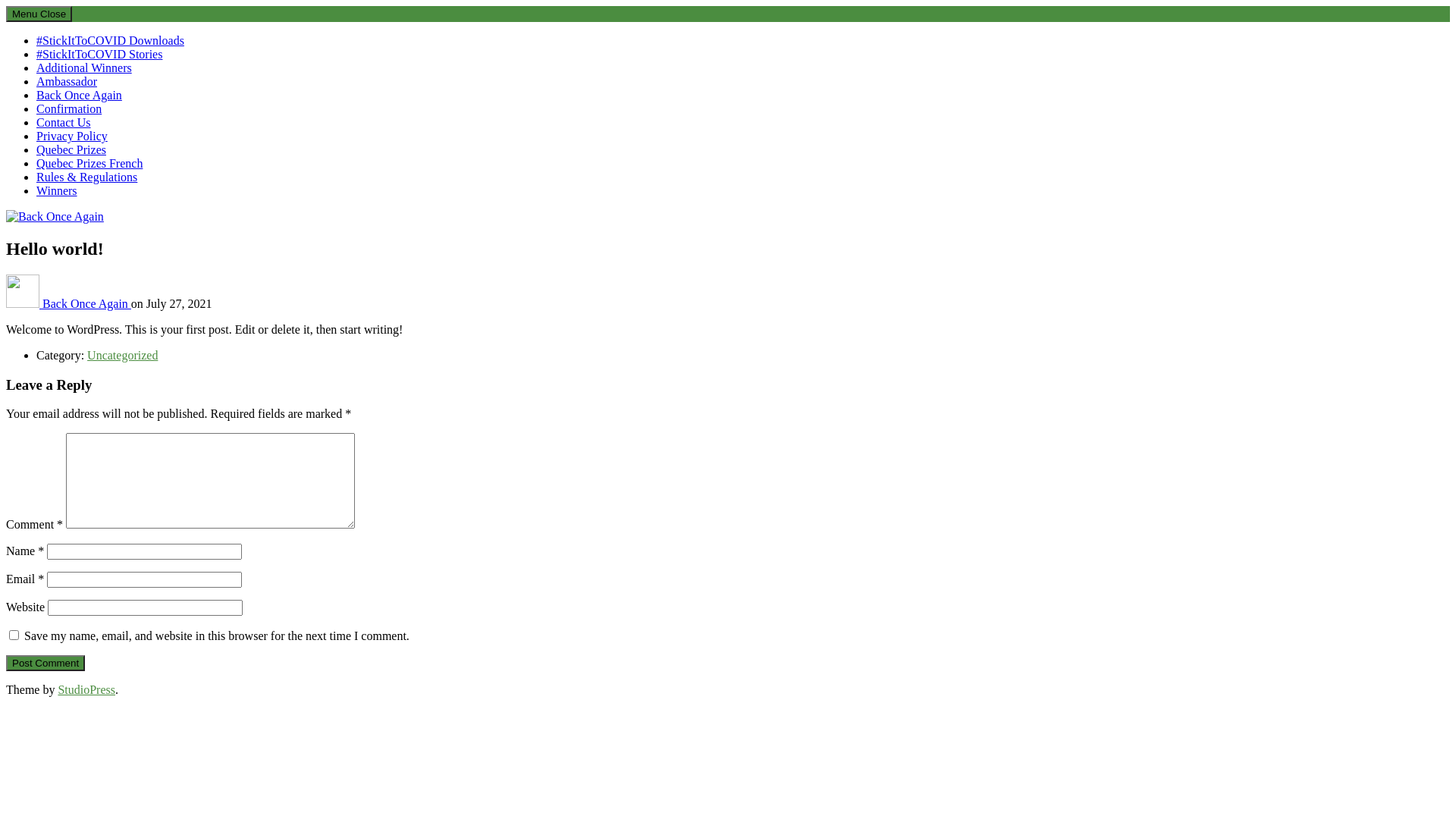  Describe the element at coordinates (86, 176) in the screenshot. I see `'Rules & Regulations'` at that location.